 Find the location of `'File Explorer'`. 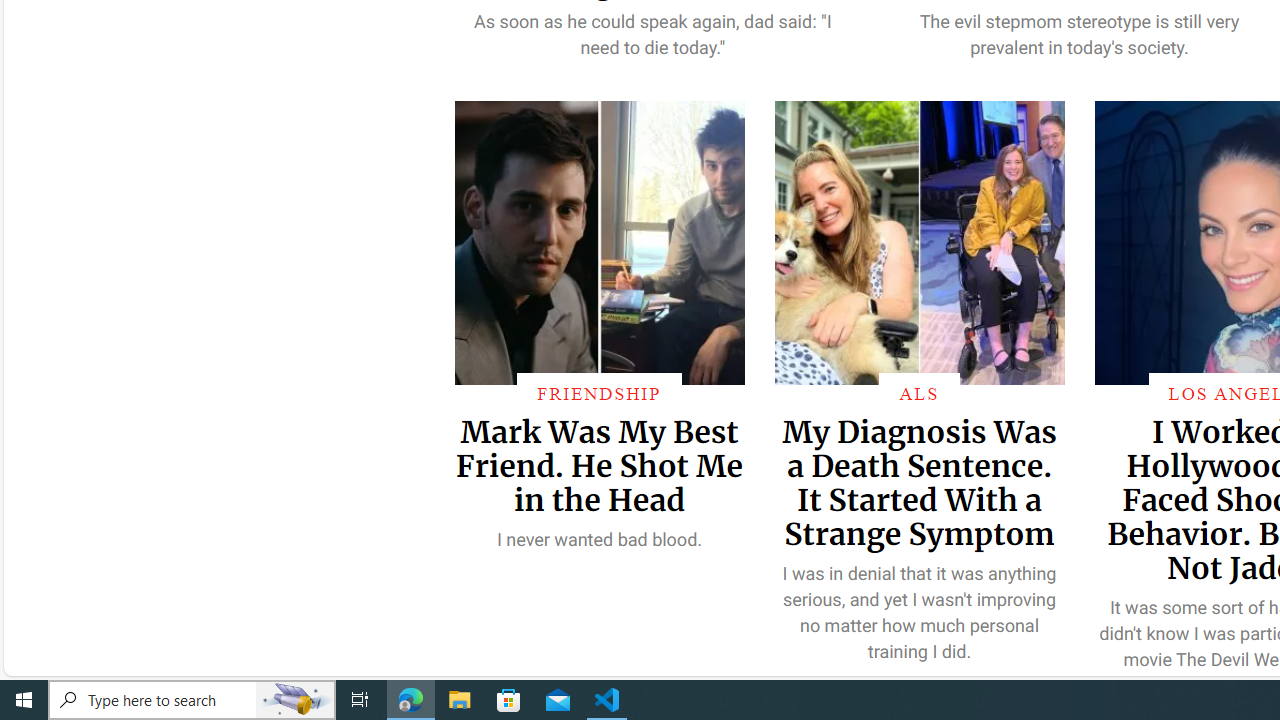

'File Explorer' is located at coordinates (459, 698).